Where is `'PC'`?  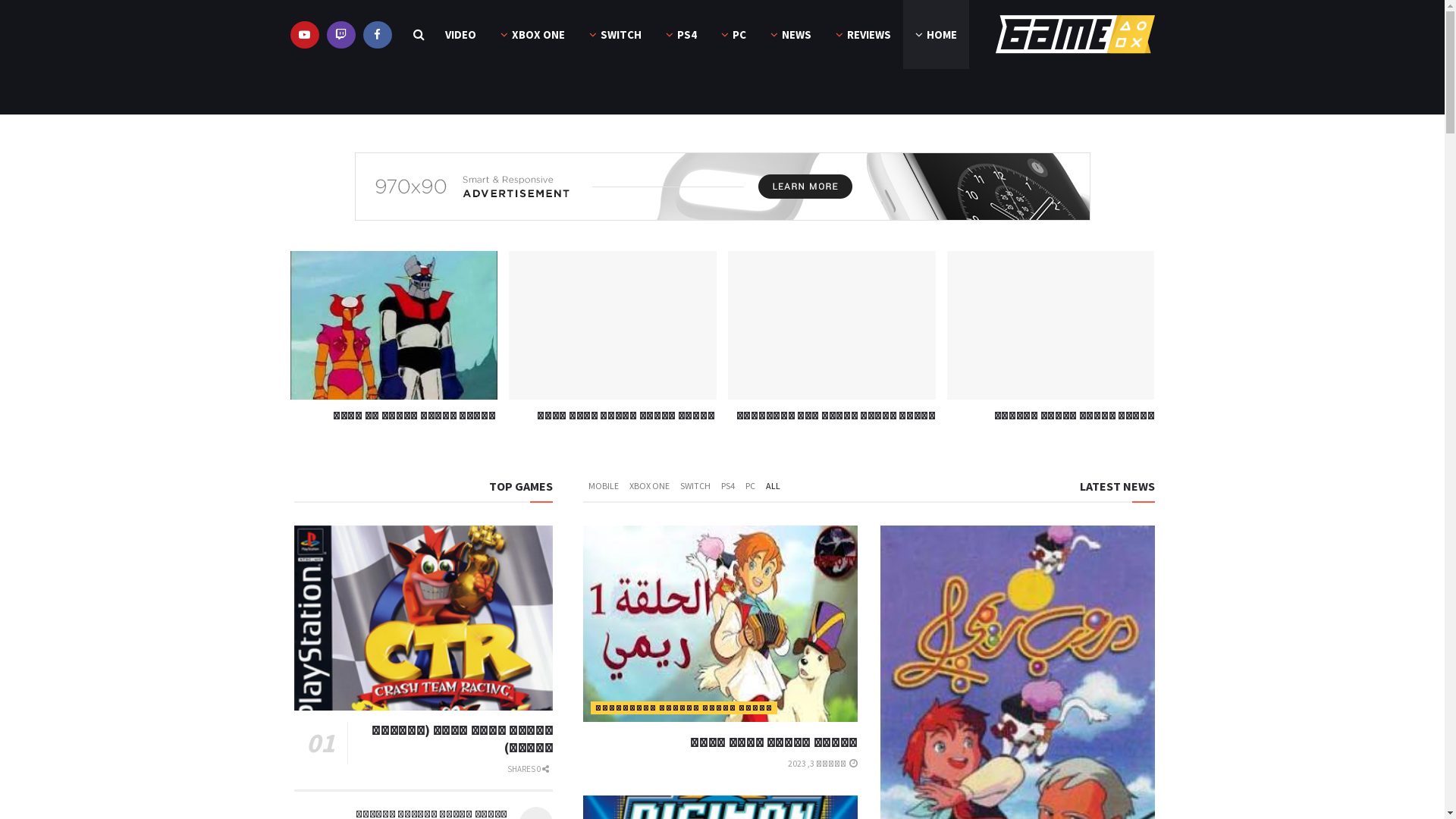
'PC' is located at coordinates (708, 34).